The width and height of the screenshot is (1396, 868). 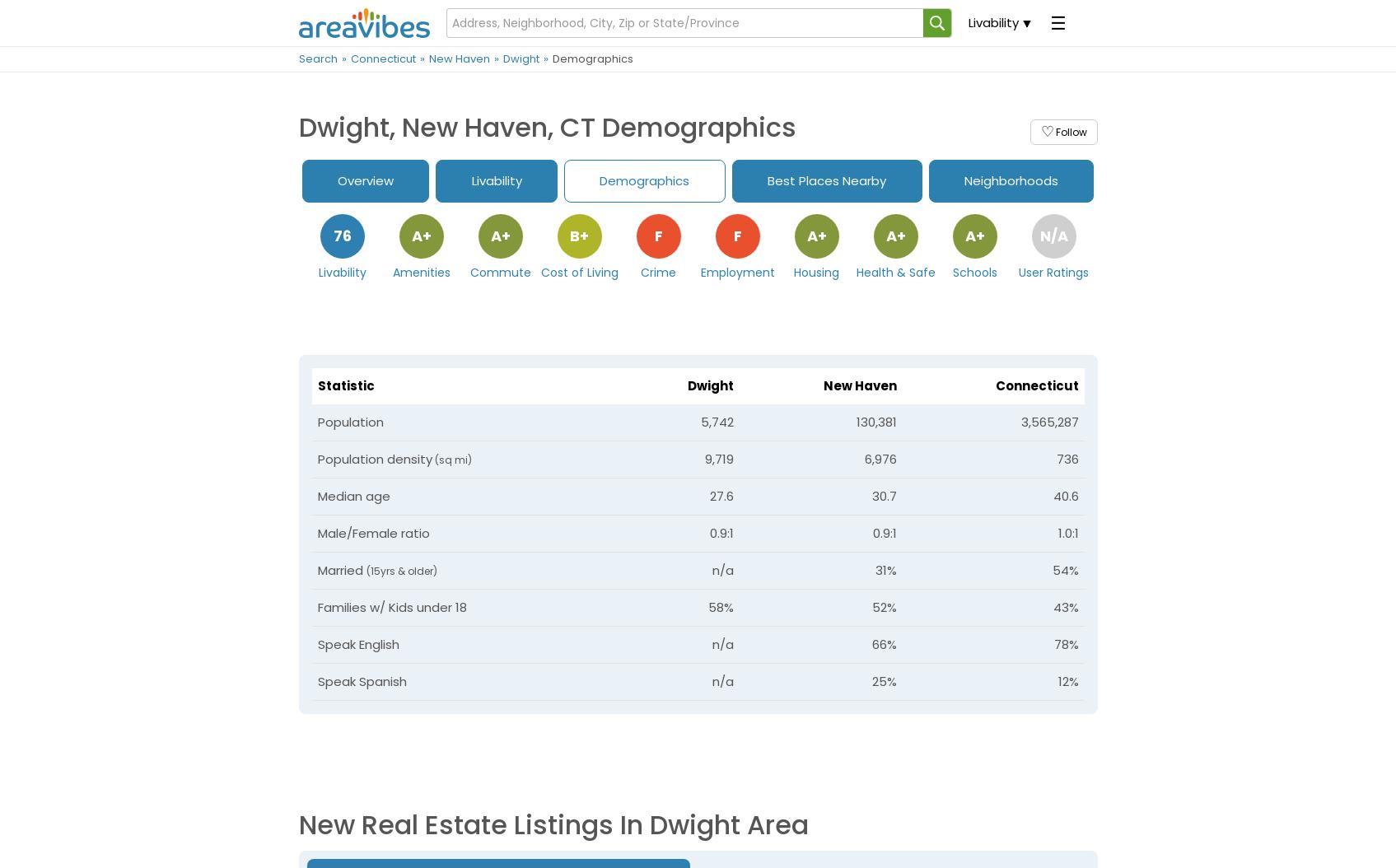 What do you see at coordinates (365, 570) in the screenshot?
I see `'(15yrs & older)'` at bounding box center [365, 570].